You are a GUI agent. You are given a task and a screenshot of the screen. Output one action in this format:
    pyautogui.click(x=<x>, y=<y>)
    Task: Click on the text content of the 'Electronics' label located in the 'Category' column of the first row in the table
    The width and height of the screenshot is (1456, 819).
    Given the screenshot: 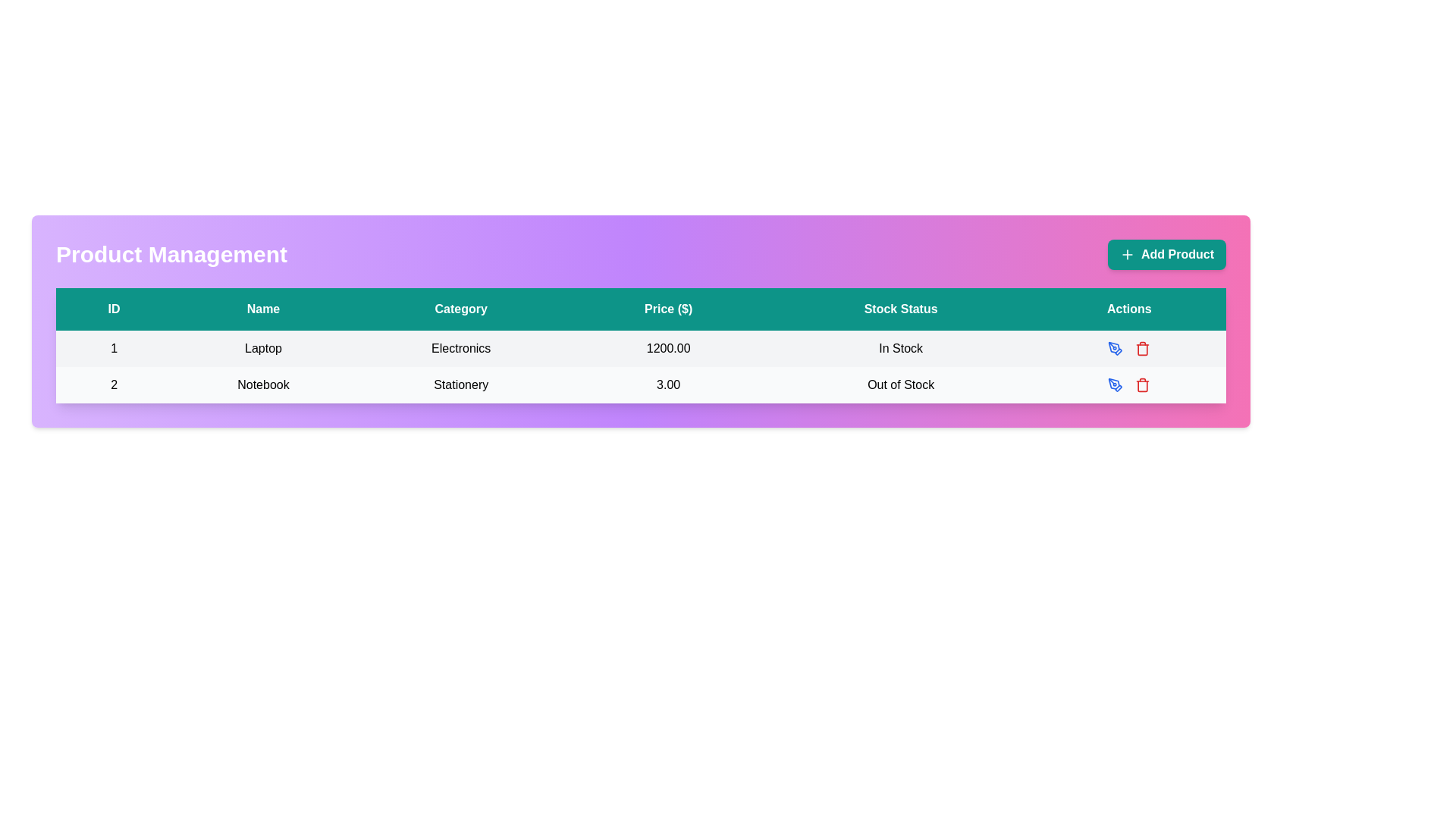 What is the action you would take?
    pyautogui.click(x=460, y=348)
    